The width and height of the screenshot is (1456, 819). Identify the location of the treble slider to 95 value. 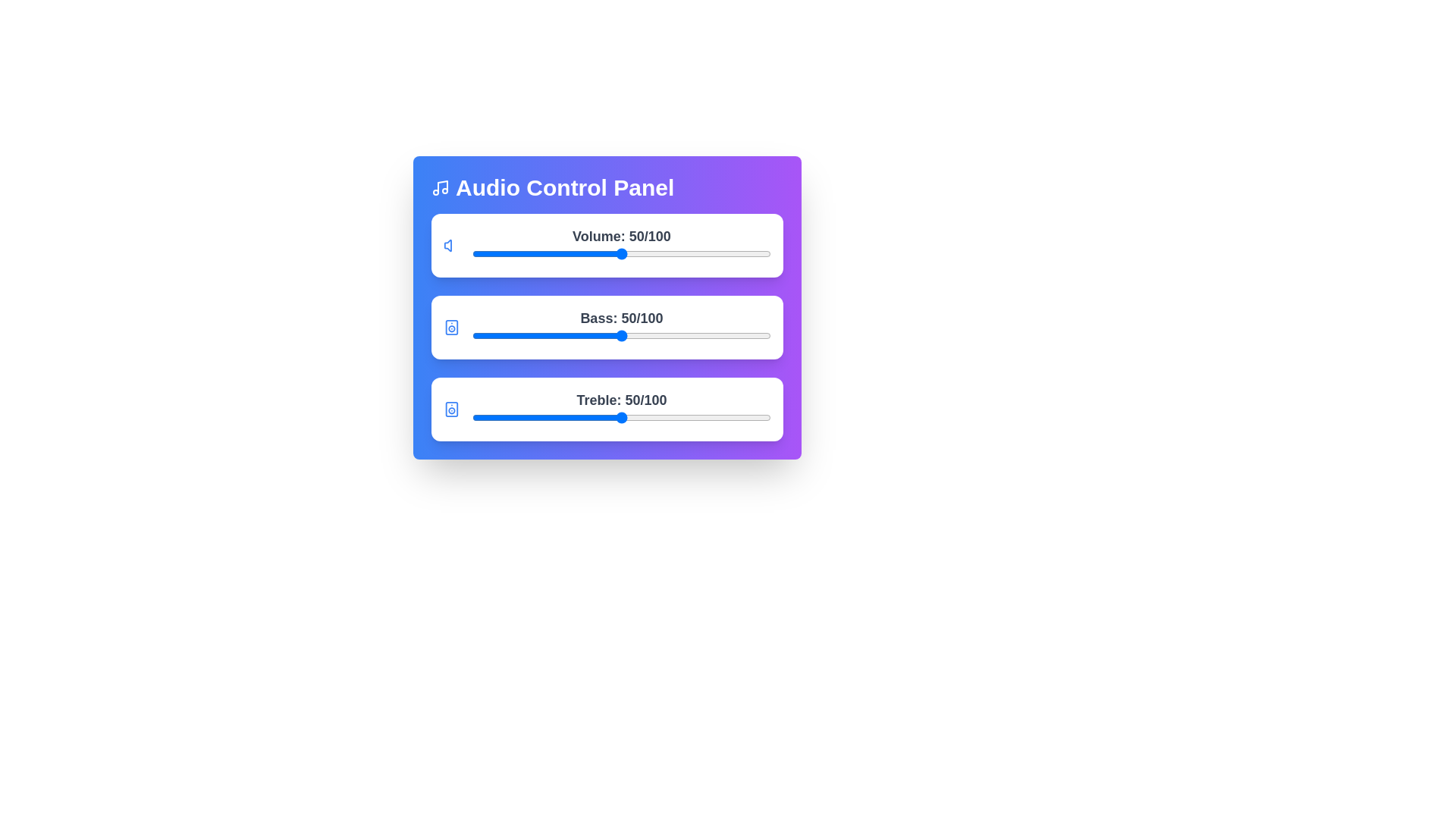
(756, 418).